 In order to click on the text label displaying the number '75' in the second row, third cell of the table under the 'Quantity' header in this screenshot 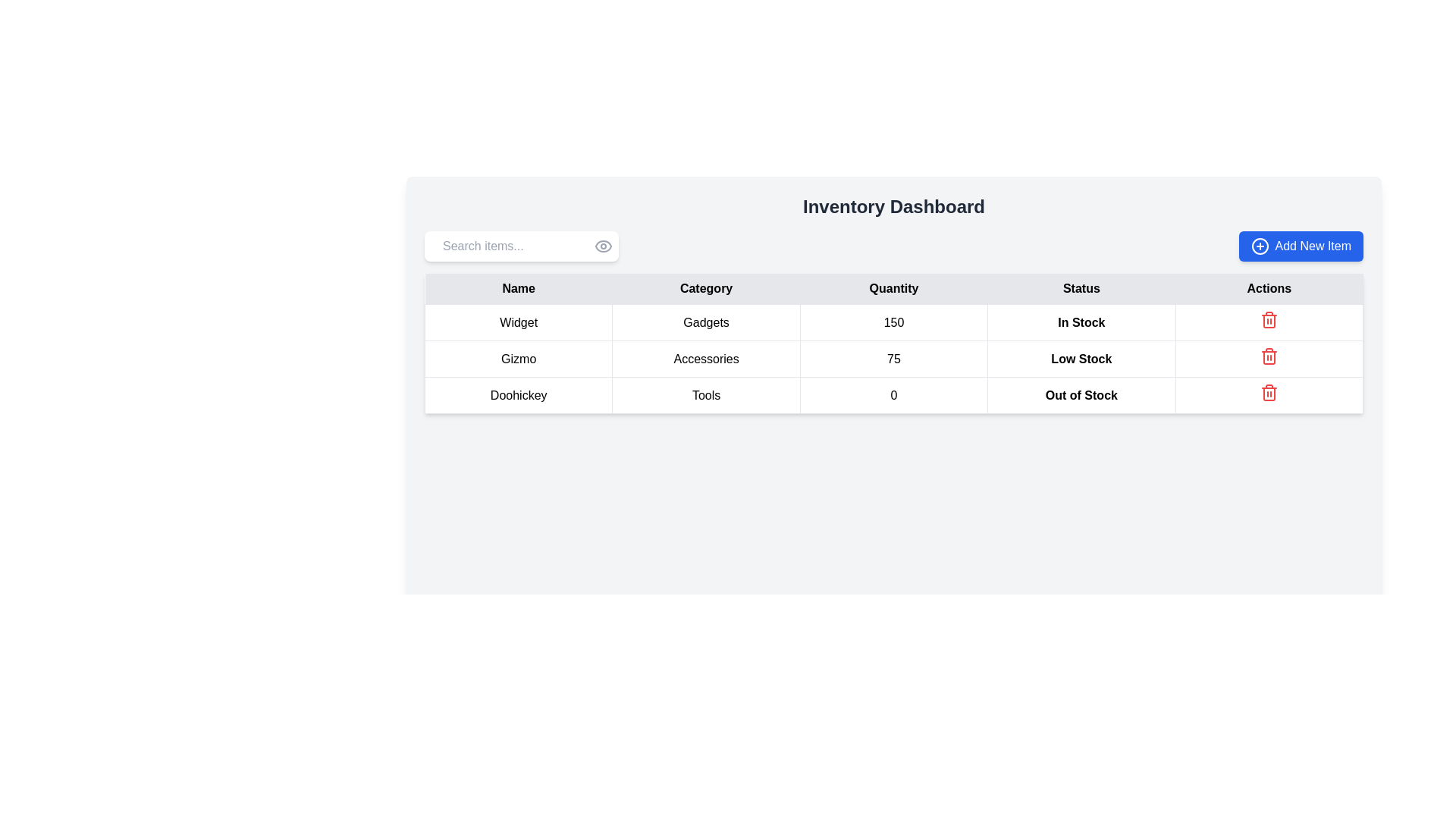, I will do `click(894, 359)`.